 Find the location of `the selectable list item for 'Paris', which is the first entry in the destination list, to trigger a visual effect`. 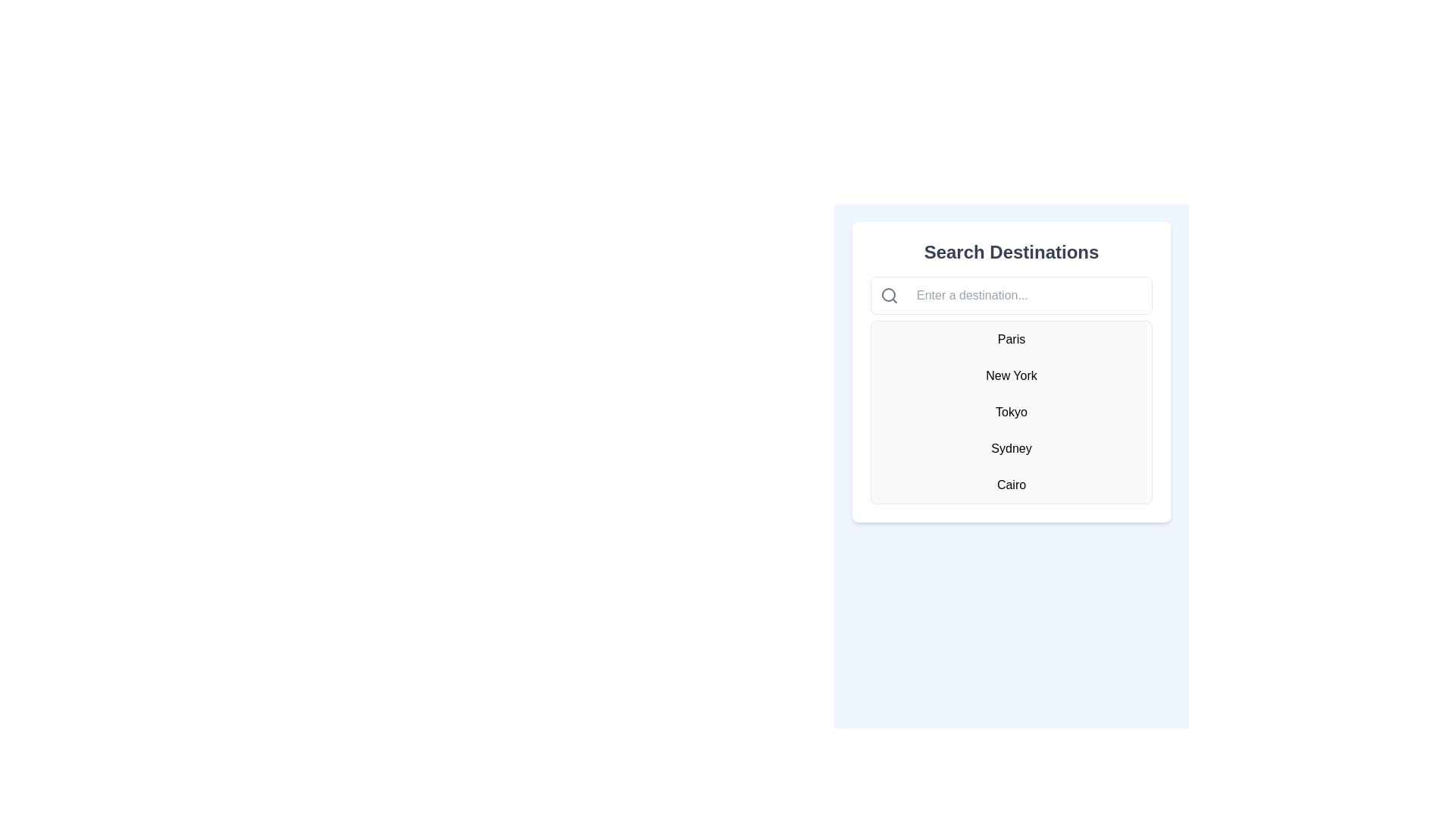

the selectable list item for 'Paris', which is the first entry in the destination list, to trigger a visual effect is located at coordinates (1012, 338).